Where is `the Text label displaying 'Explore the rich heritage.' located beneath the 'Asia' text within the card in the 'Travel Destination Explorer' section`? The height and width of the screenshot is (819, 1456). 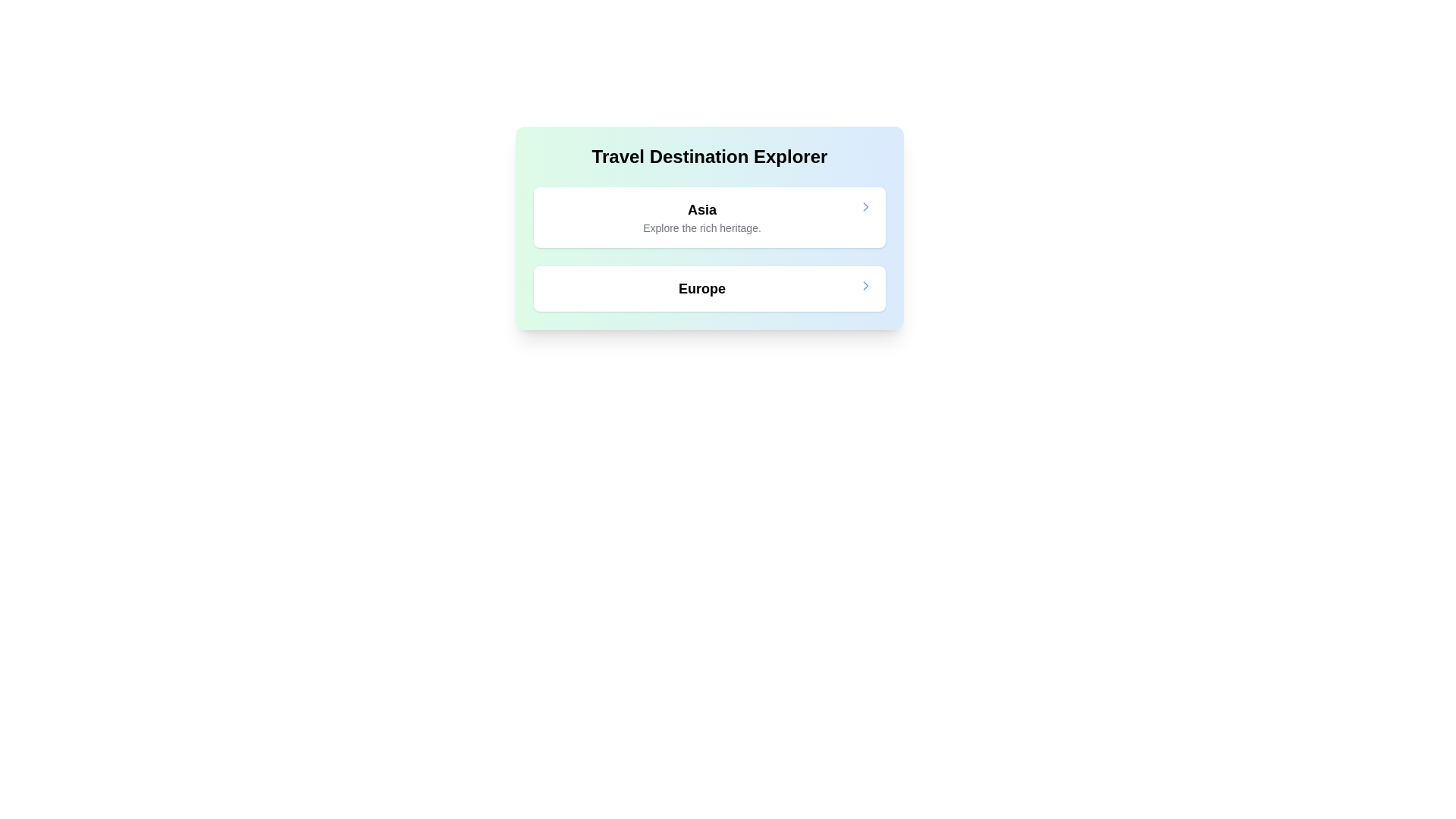
the Text label displaying 'Explore the rich heritage.' located beneath the 'Asia' text within the card in the 'Travel Destination Explorer' section is located at coordinates (701, 227).